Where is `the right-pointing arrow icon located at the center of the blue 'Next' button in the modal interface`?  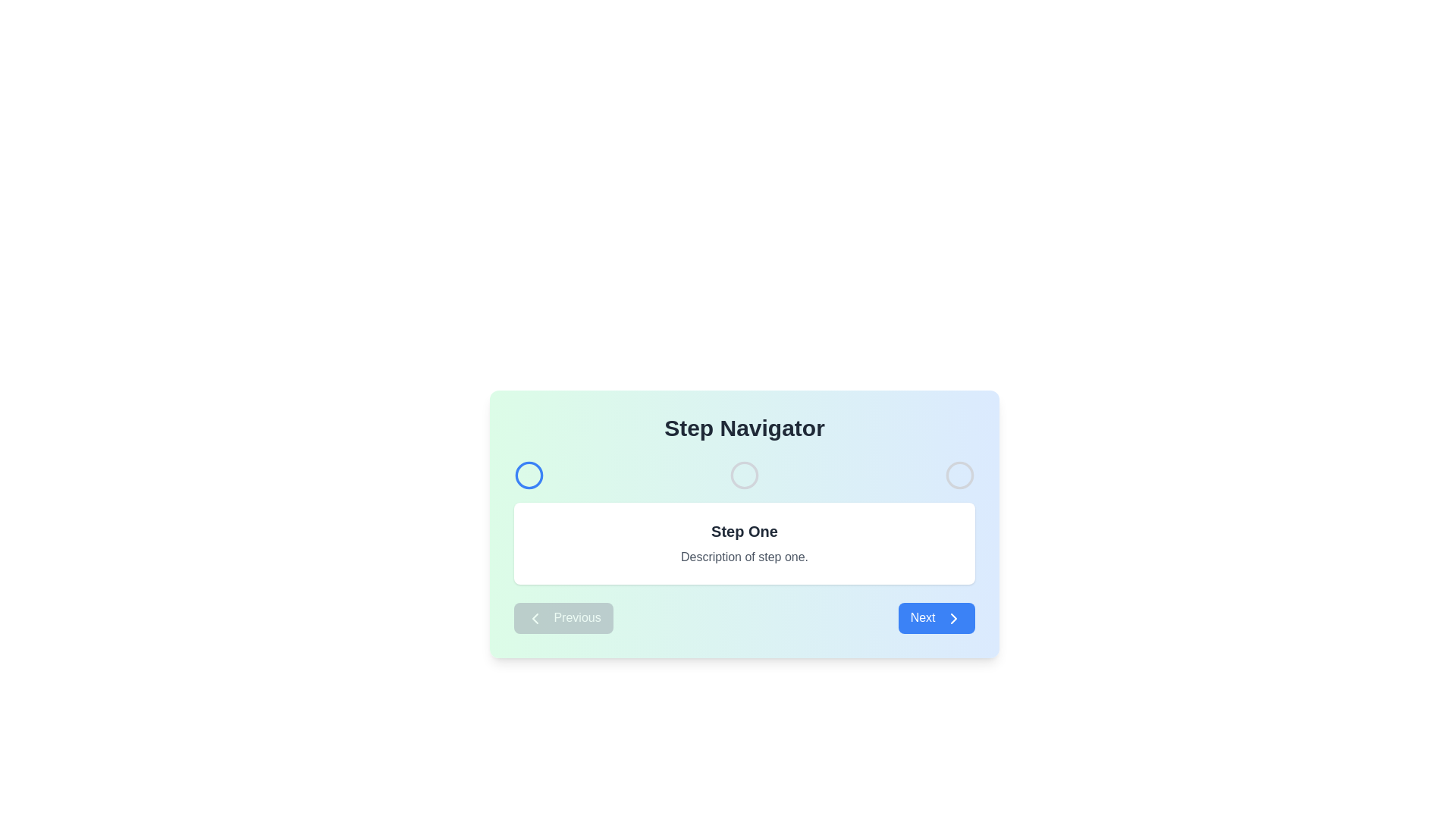 the right-pointing arrow icon located at the center of the blue 'Next' button in the modal interface is located at coordinates (952, 617).